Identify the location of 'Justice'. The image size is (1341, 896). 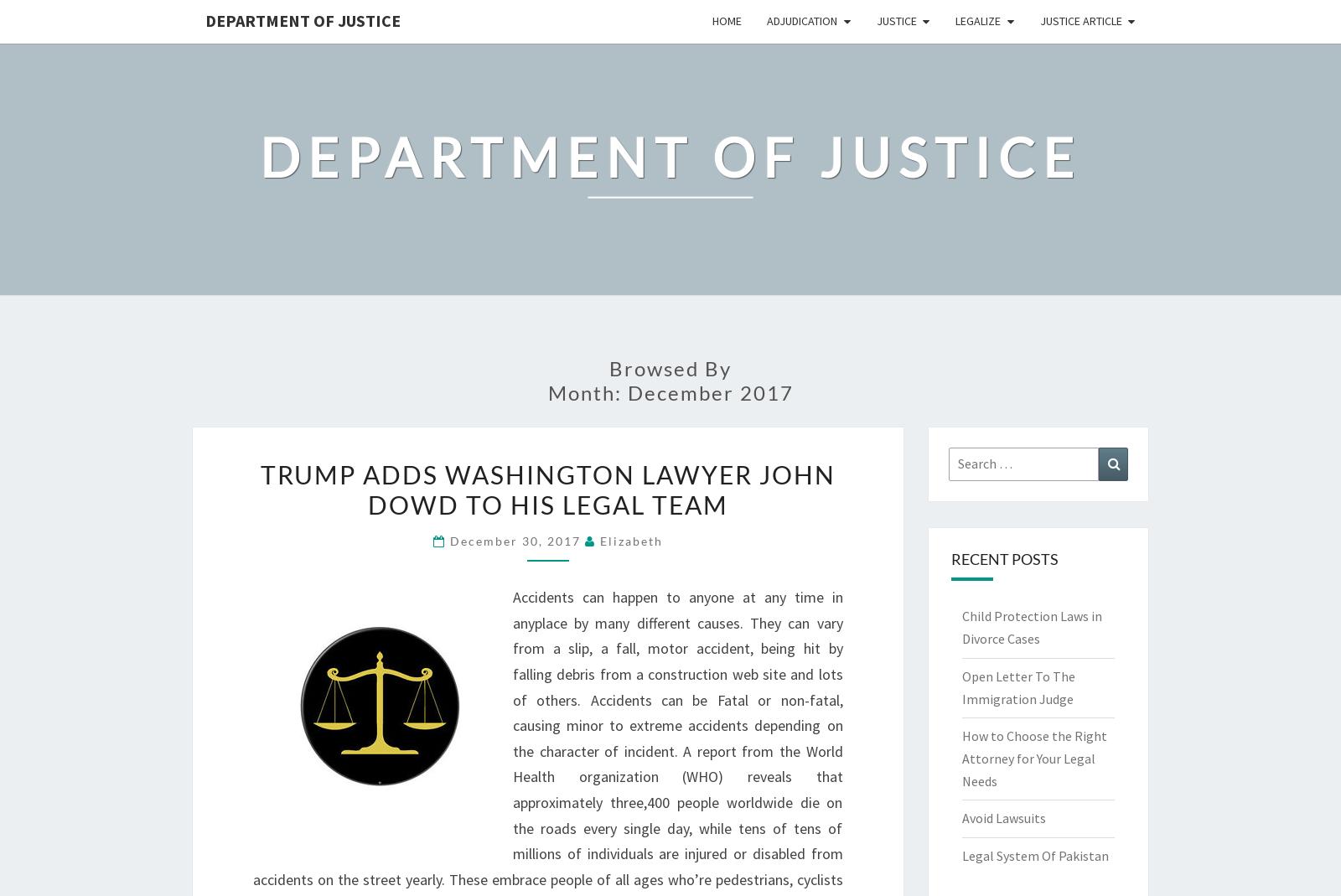
(895, 20).